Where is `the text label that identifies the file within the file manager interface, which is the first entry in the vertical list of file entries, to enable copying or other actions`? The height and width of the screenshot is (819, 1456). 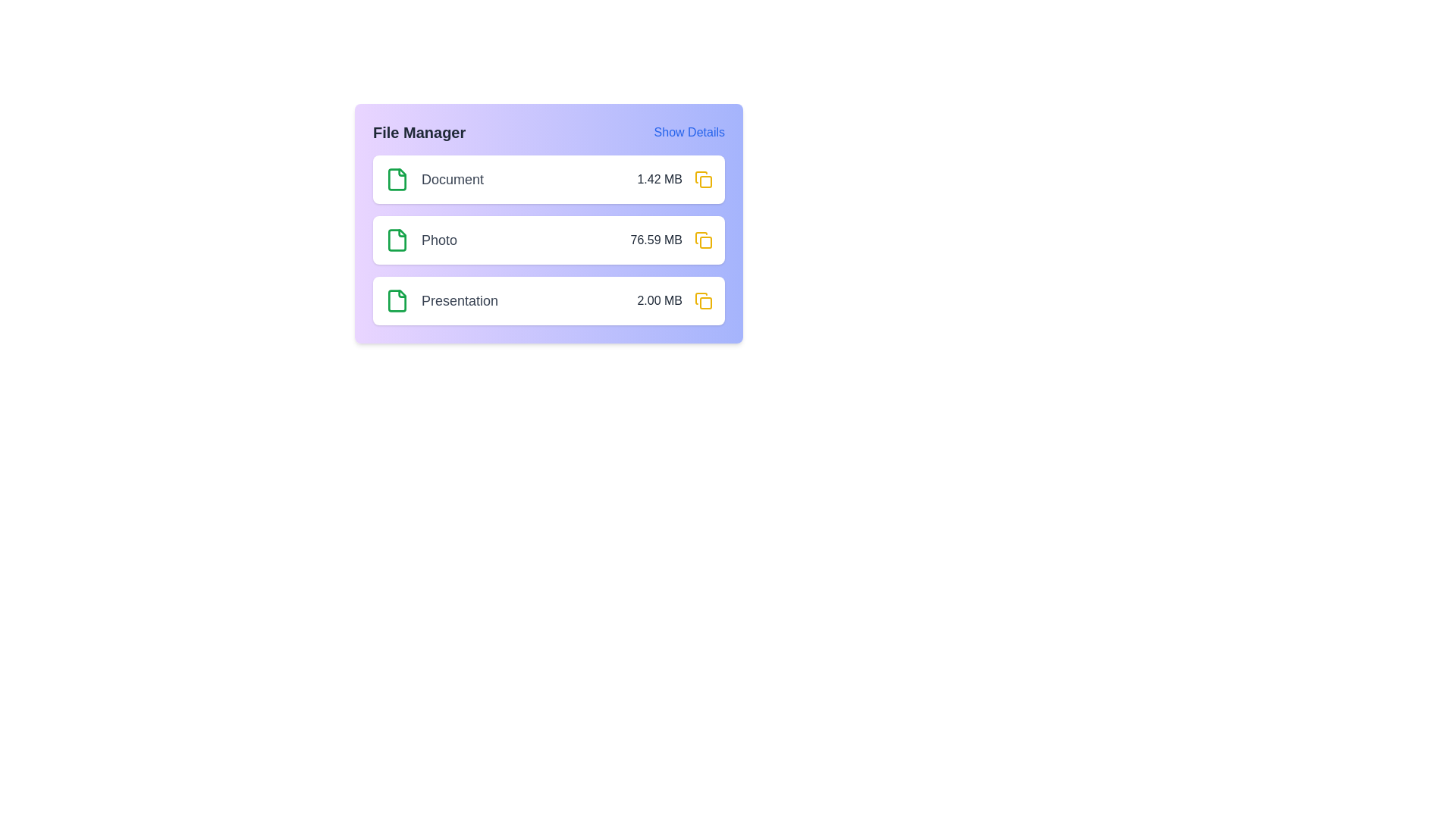 the text label that identifies the file within the file manager interface, which is the first entry in the vertical list of file entries, to enable copying or other actions is located at coordinates (451, 178).